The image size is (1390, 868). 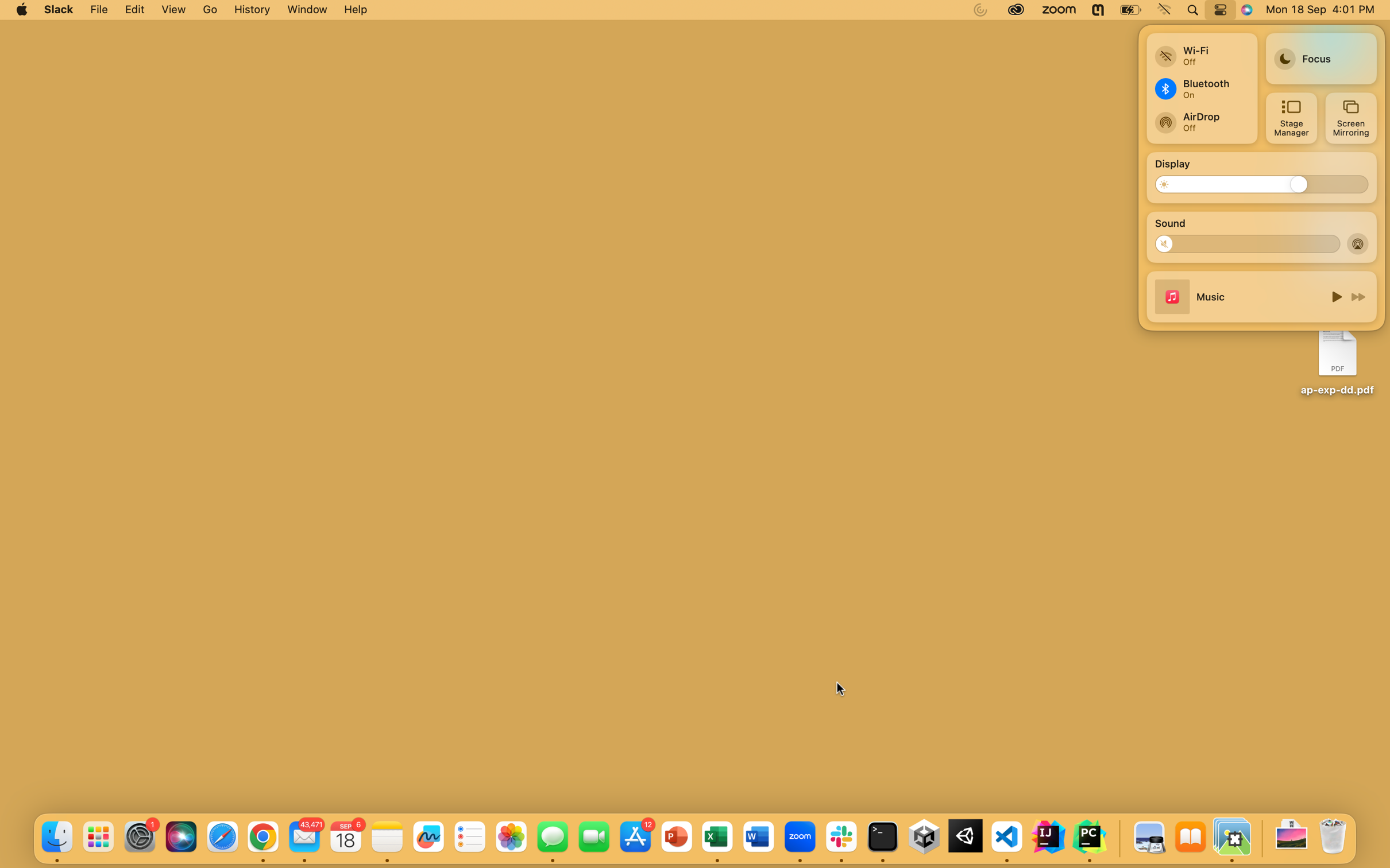 I want to click on Turn on screen mirroring, so click(x=1349, y=118).